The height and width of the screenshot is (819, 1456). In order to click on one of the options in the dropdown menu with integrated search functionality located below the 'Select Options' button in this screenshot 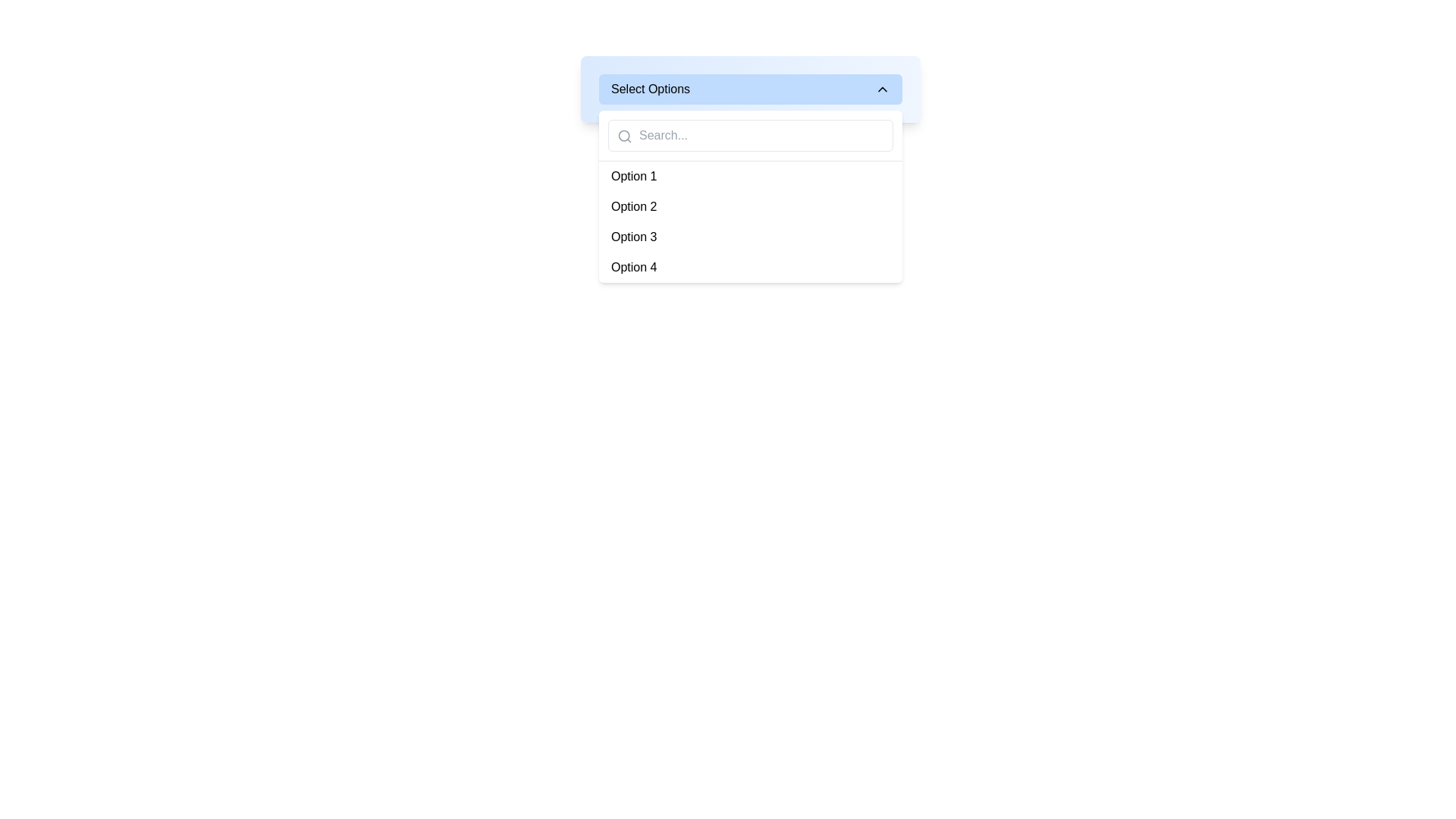, I will do `click(750, 196)`.